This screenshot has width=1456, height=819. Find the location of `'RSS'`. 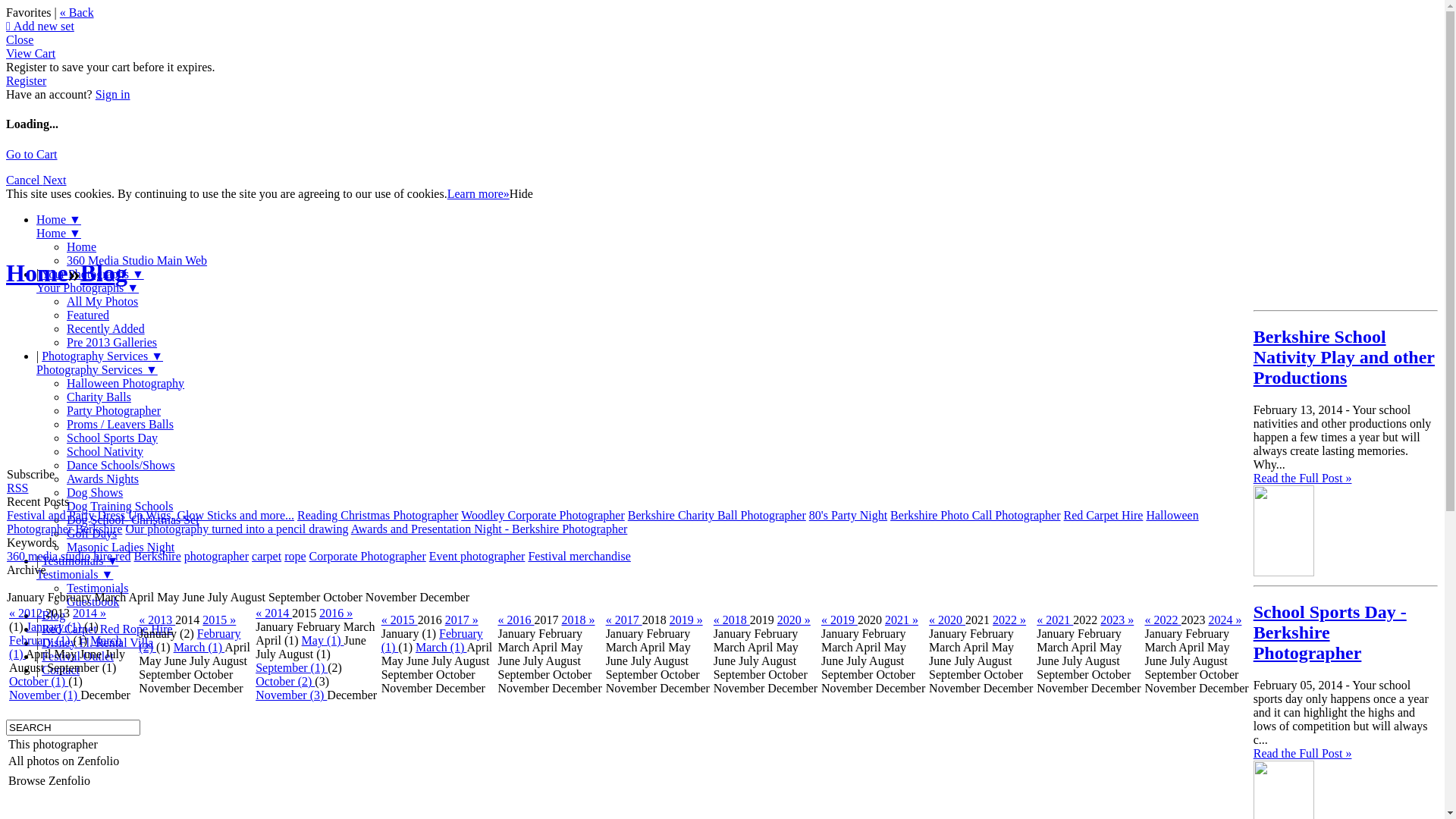

'RSS' is located at coordinates (17, 488).